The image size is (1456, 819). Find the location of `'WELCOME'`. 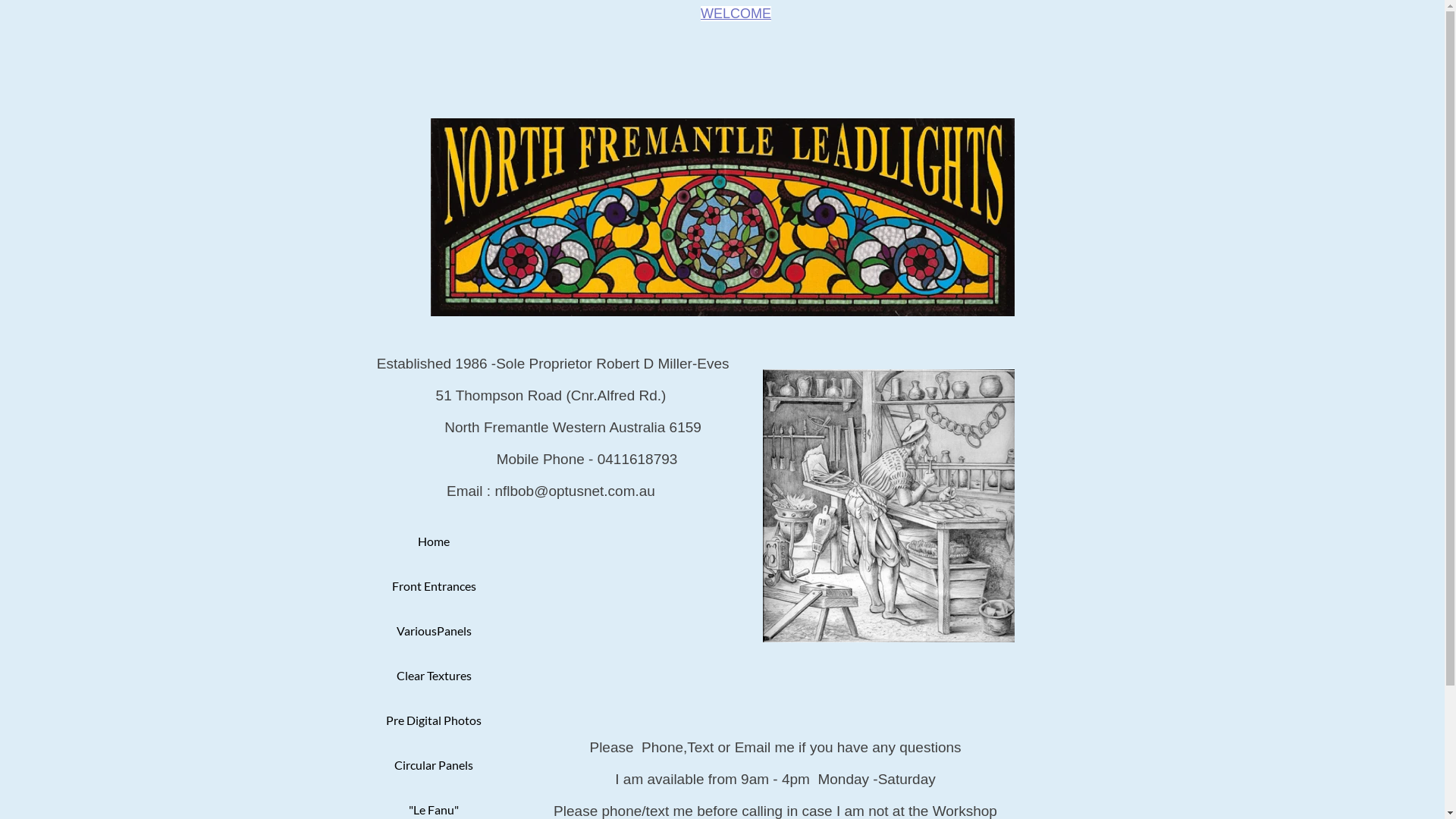

'WELCOME' is located at coordinates (736, 14).